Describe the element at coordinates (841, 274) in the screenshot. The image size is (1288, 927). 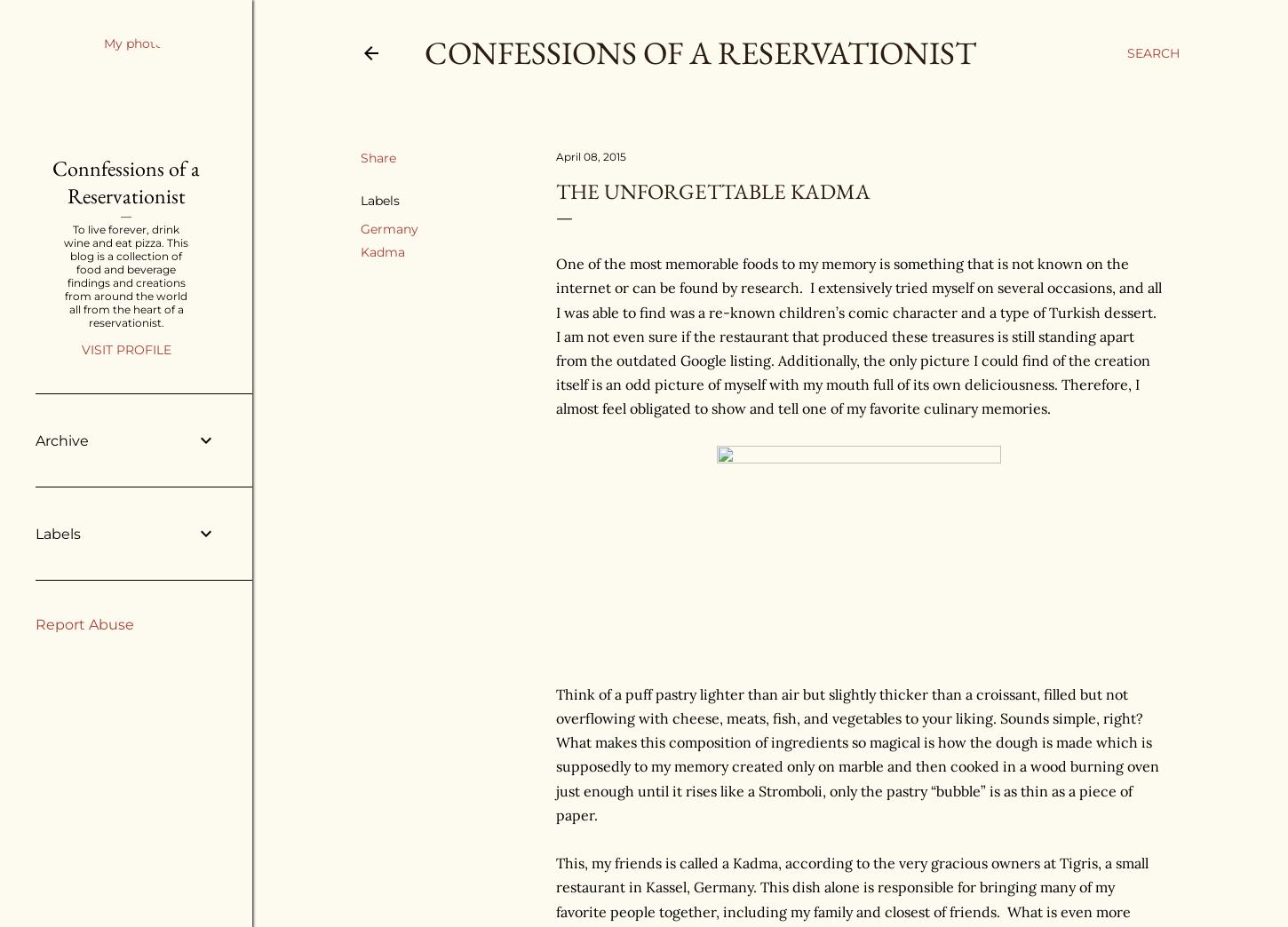
I see `'One of the most memorable foods to my memory is something
that is not known on the internet or can be found by research.'` at that location.